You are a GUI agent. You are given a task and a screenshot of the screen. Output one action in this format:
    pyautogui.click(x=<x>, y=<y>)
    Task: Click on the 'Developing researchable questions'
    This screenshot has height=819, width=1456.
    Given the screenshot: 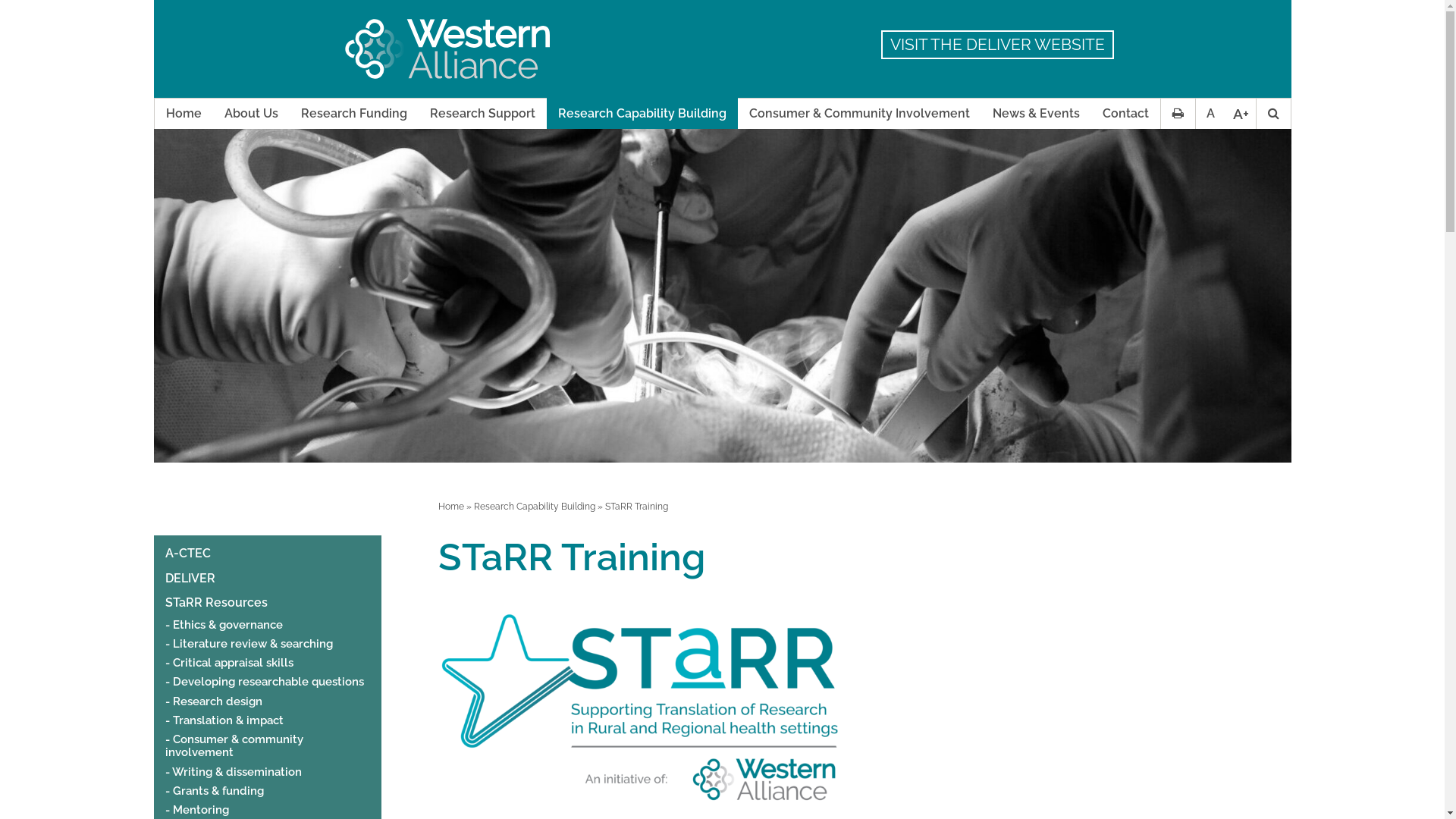 What is the action you would take?
    pyautogui.click(x=165, y=681)
    